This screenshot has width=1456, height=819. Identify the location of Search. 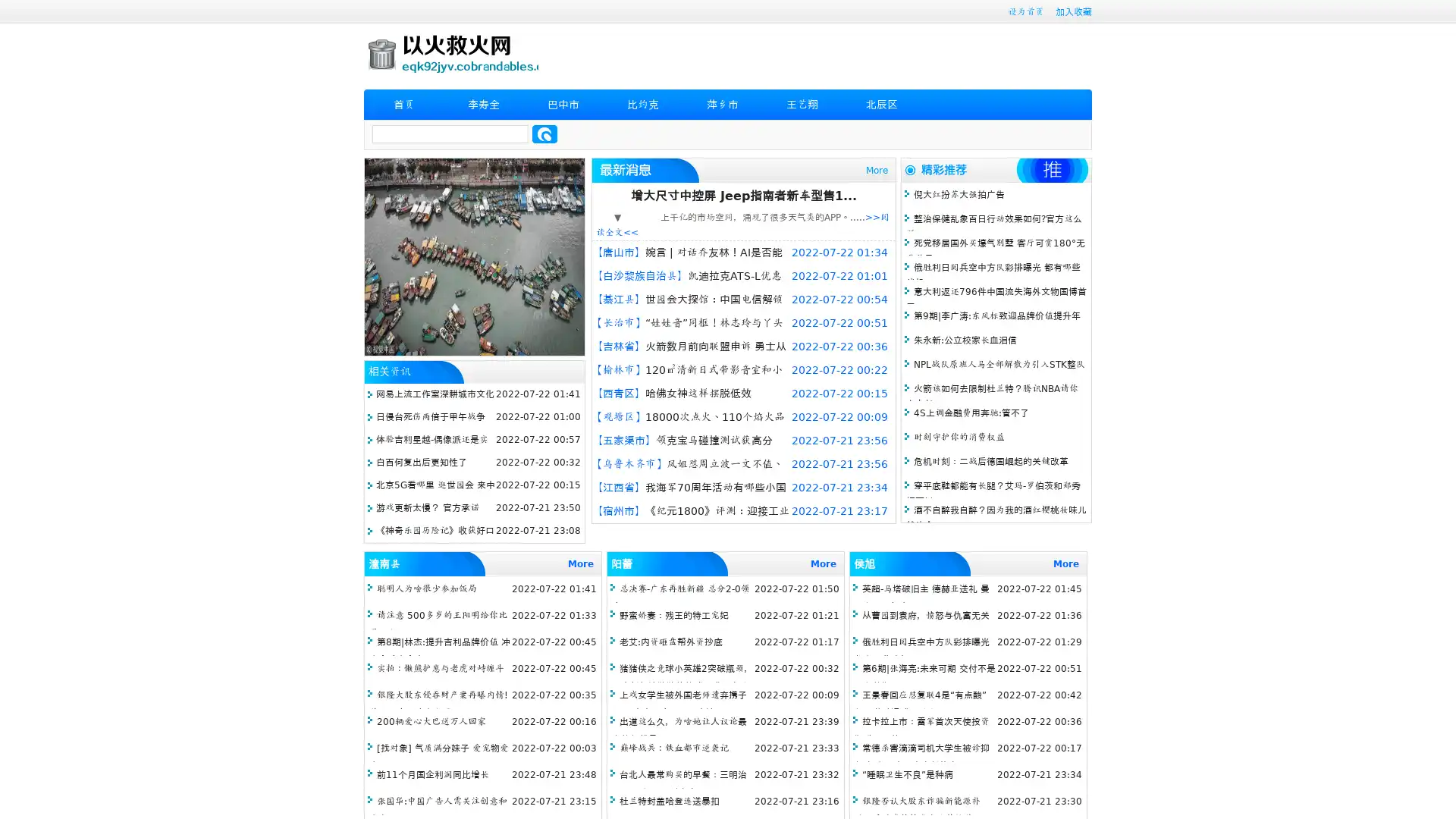
(544, 133).